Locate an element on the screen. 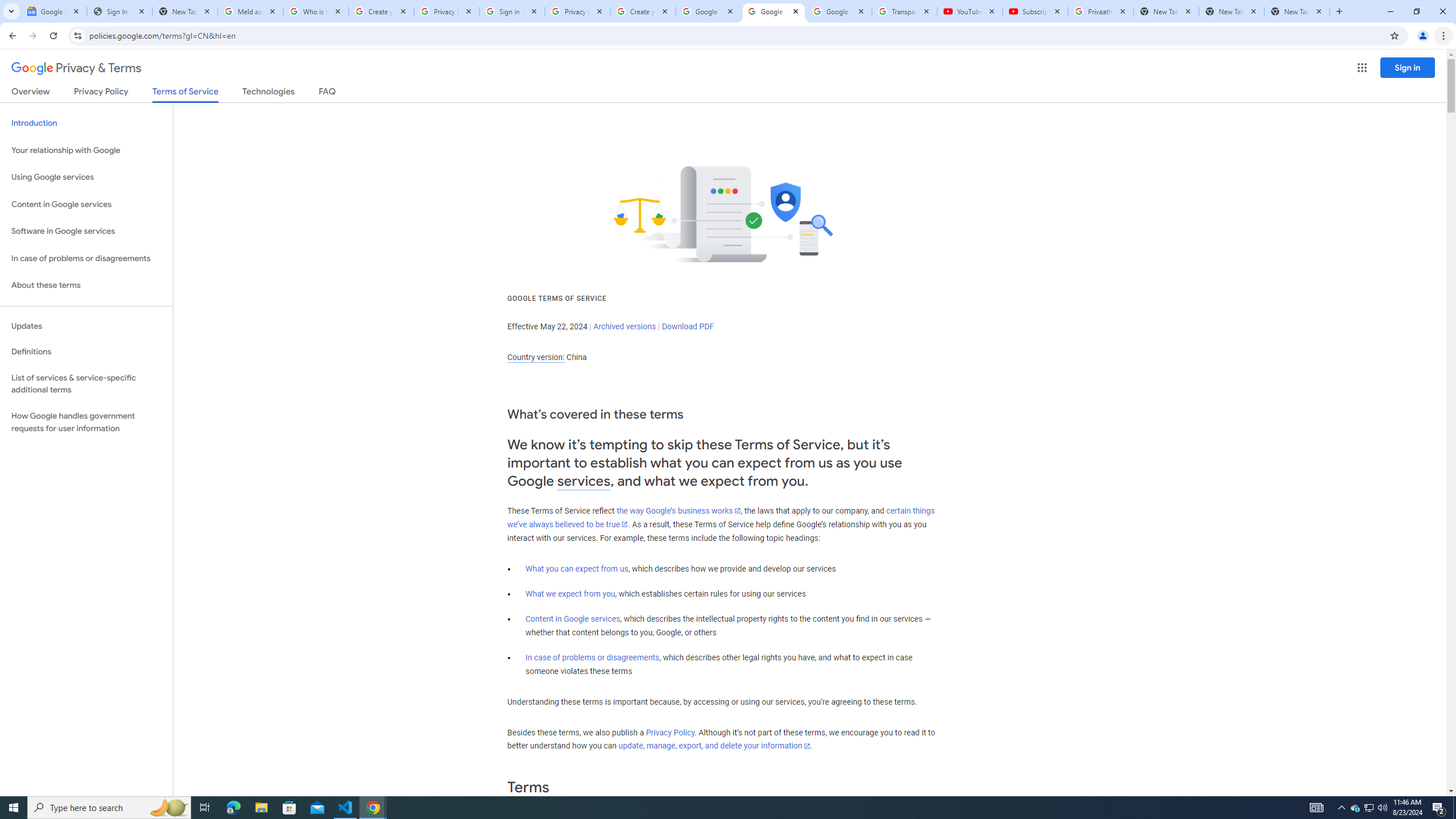 The height and width of the screenshot is (819, 1456). 'YouTube' is located at coordinates (969, 11).